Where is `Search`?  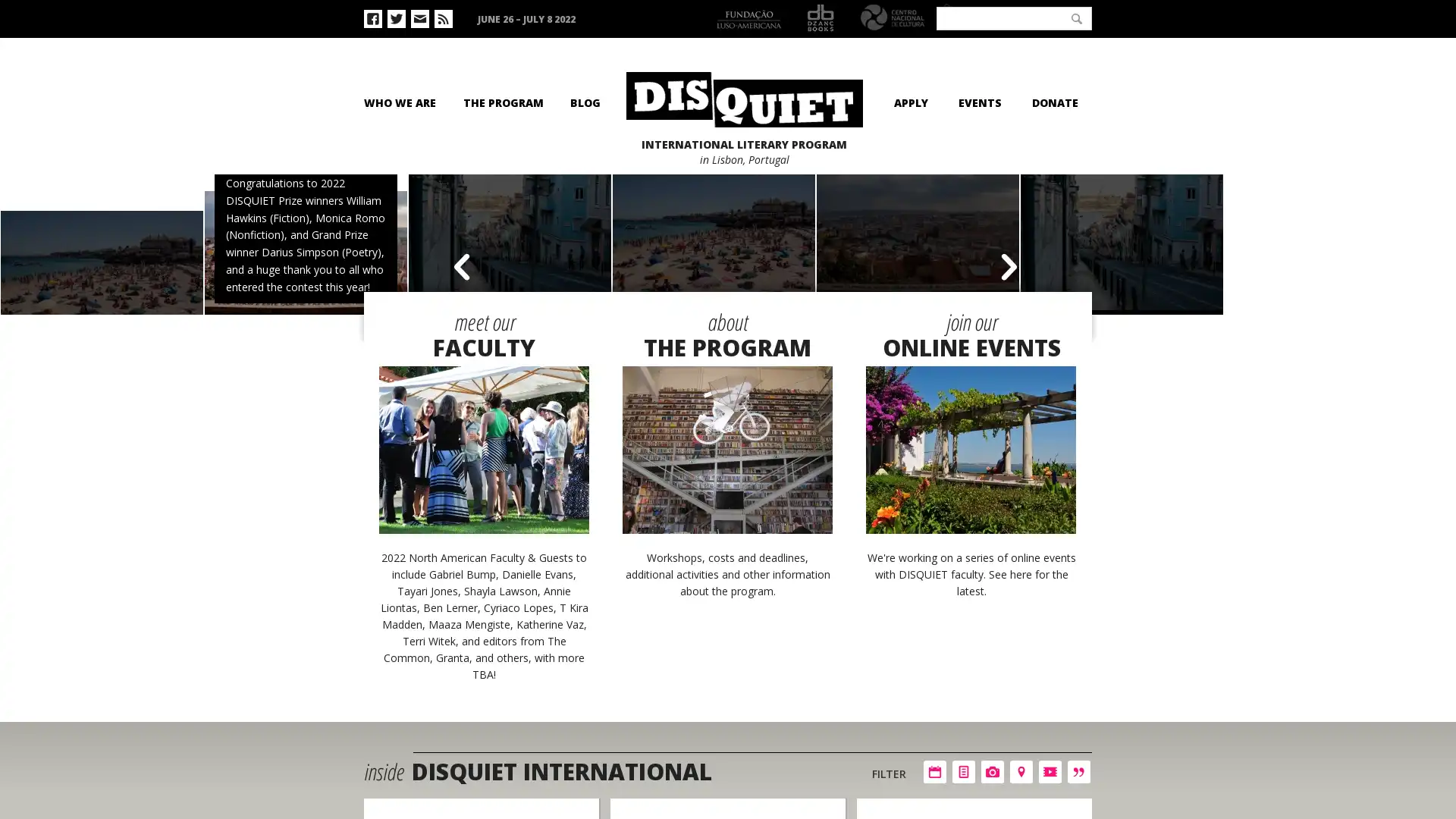 Search is located at coordinates (1076, 17).